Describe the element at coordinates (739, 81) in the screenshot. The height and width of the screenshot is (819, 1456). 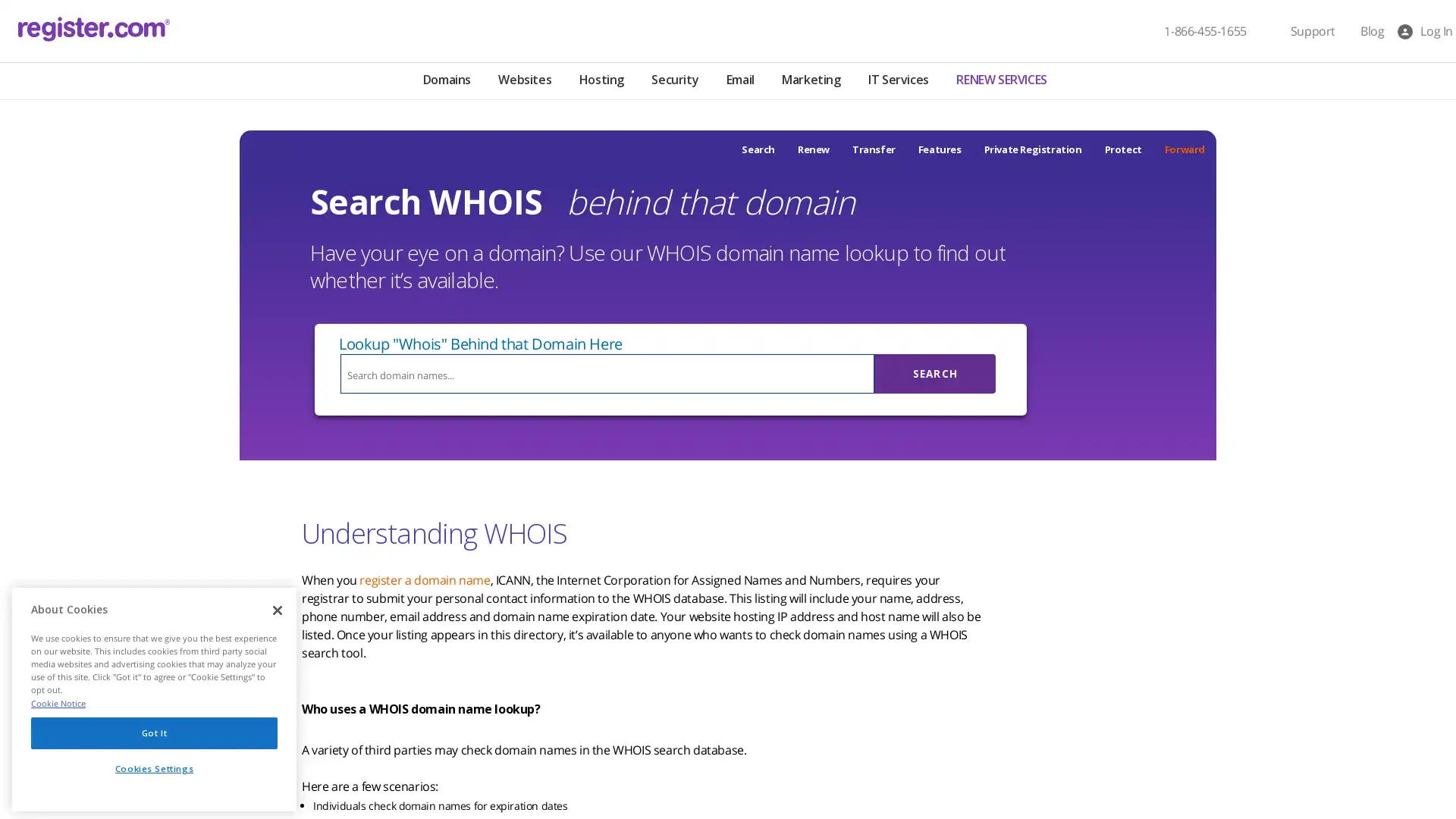
I see `Email` at that location.